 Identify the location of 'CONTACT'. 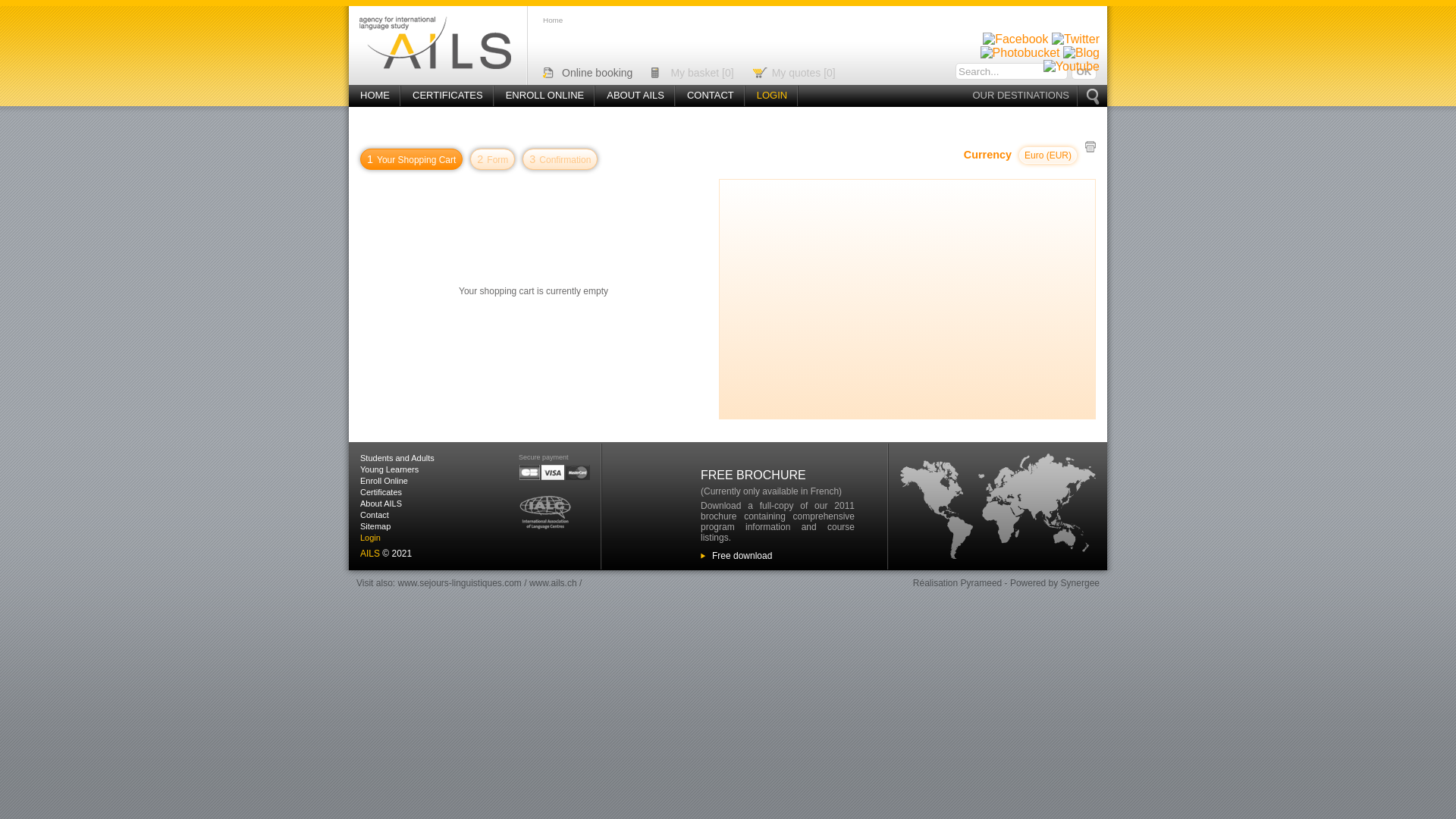
(709, 96).